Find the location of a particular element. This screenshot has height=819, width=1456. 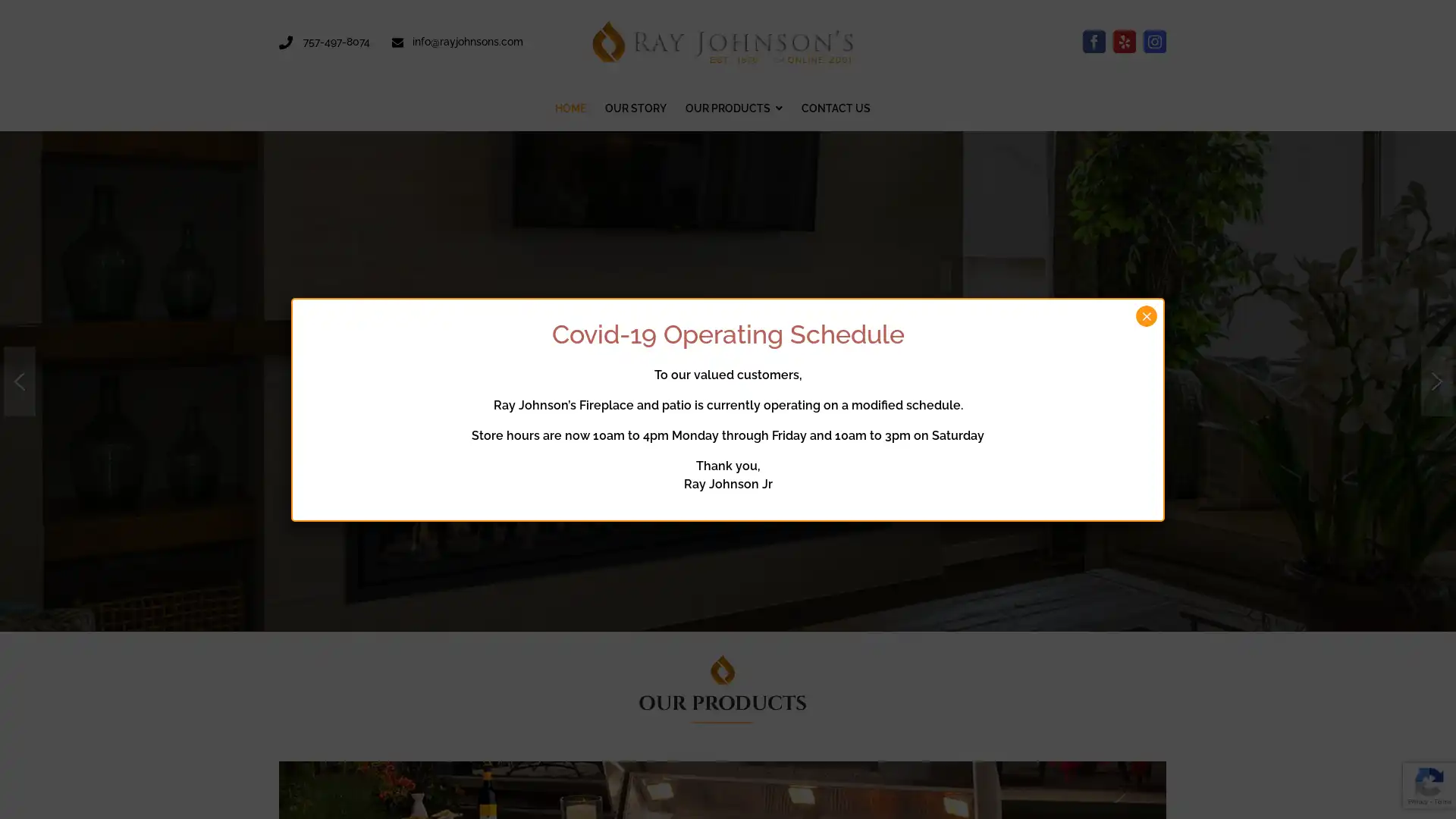

next arrow is located at coordinates (1436, 380).